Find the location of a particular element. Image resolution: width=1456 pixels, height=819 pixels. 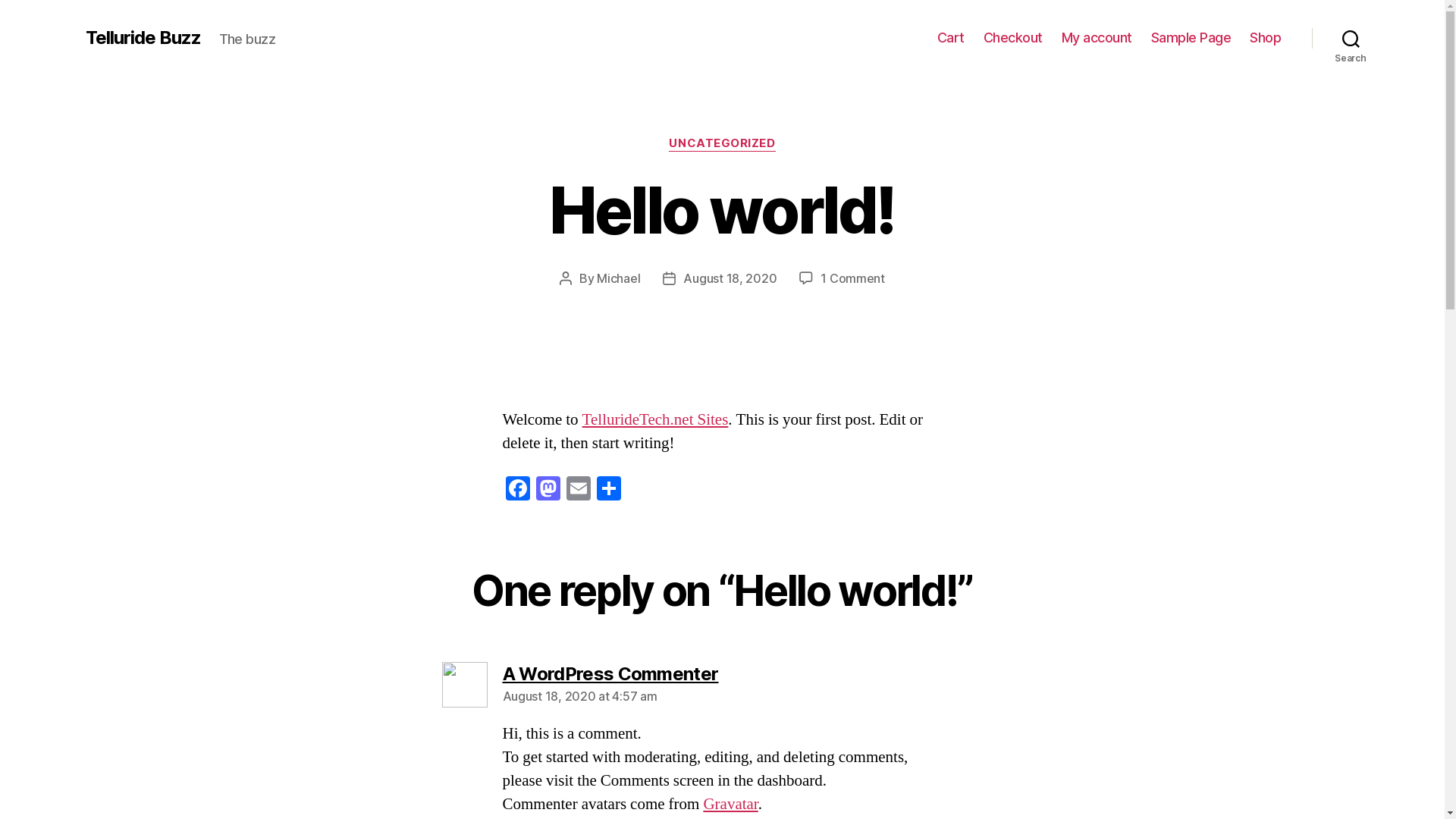

'Sample Page' is located at coordinates (1190, 37).